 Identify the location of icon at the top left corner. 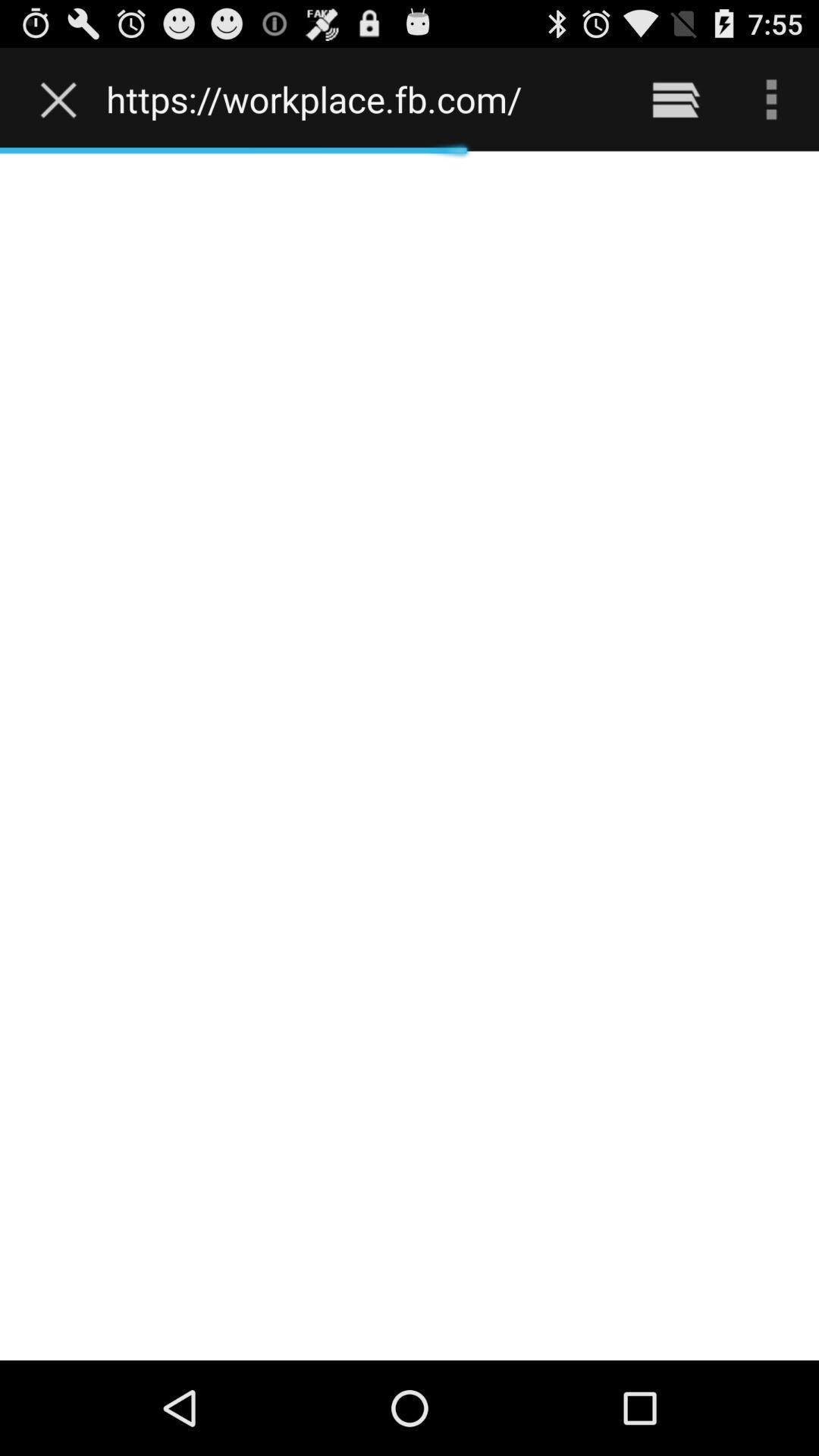
(61, 99).